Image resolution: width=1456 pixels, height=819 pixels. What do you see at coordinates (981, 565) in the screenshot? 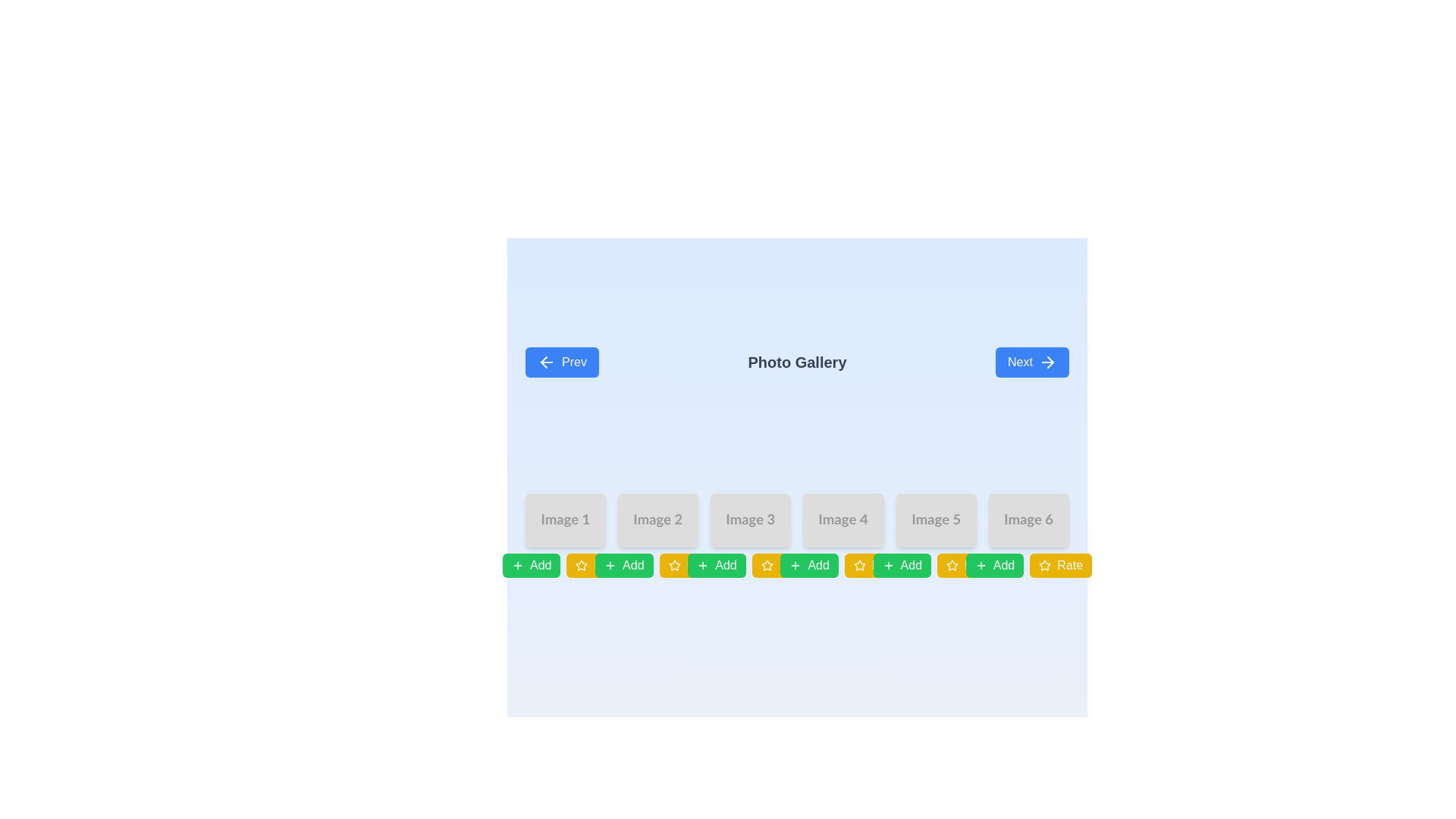
I see `the 'Add' icon, which visually represents the action of adding or creating, located in the green button group below the fifth image thumbnail` at bounding box center [981, 565].